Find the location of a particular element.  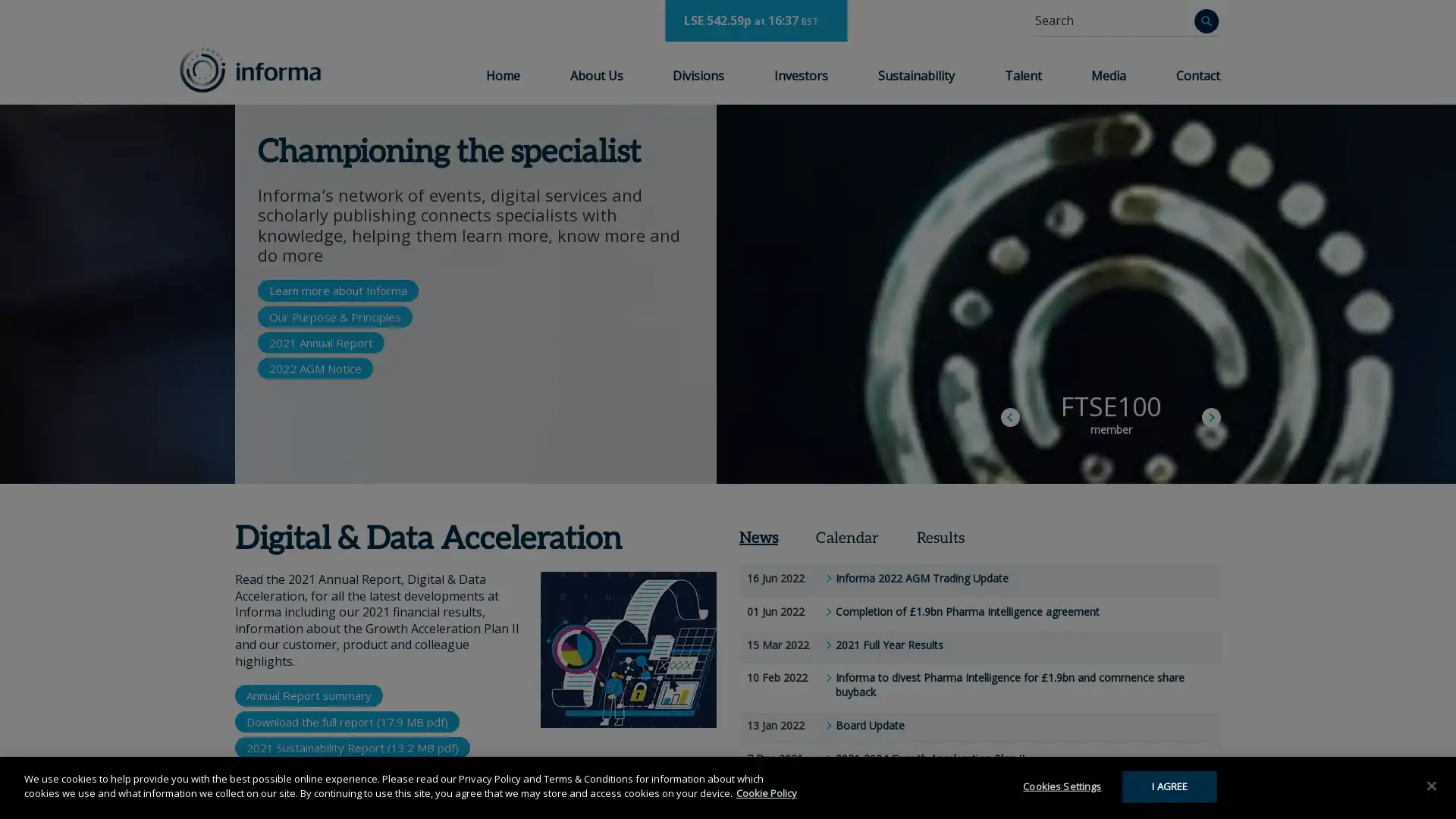

Cookies Settings is located at coordinates (1061, 786).